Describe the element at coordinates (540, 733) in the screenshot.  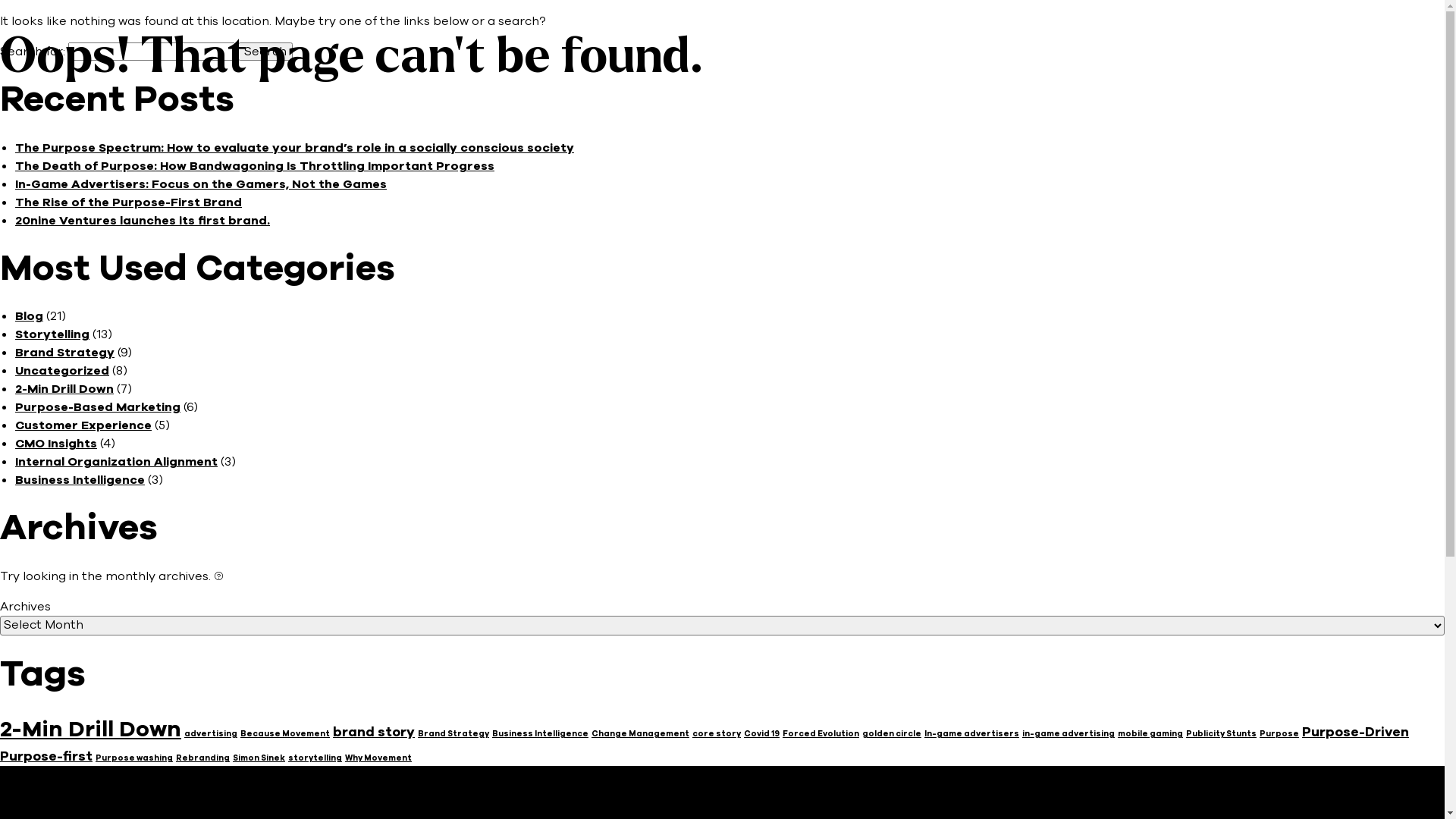
I see `'Business Intelligence'` at that location.